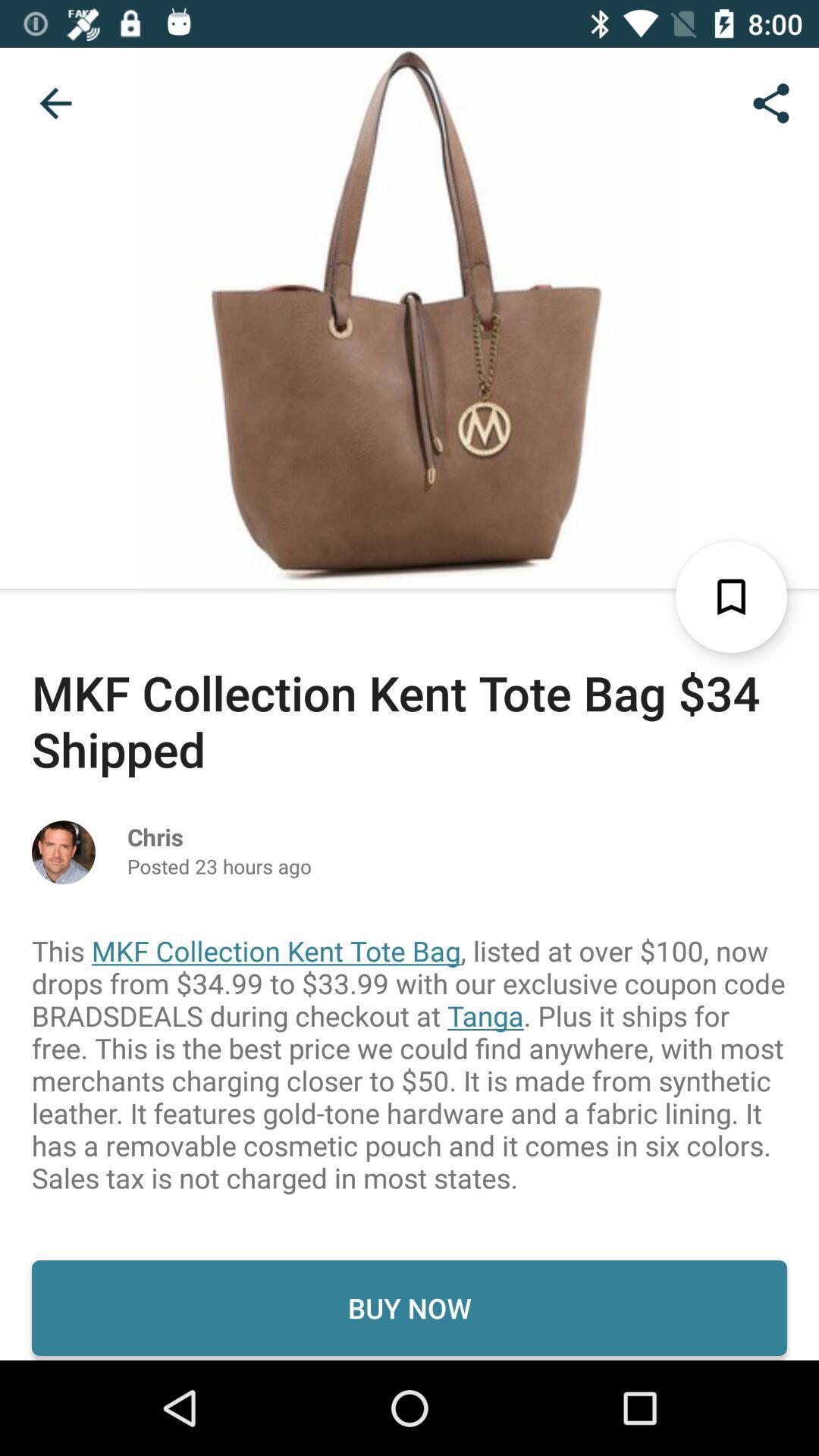  Describe the element at coordinates (771, 102) in the screenshot. I see `icon at the top right corner` at that location.